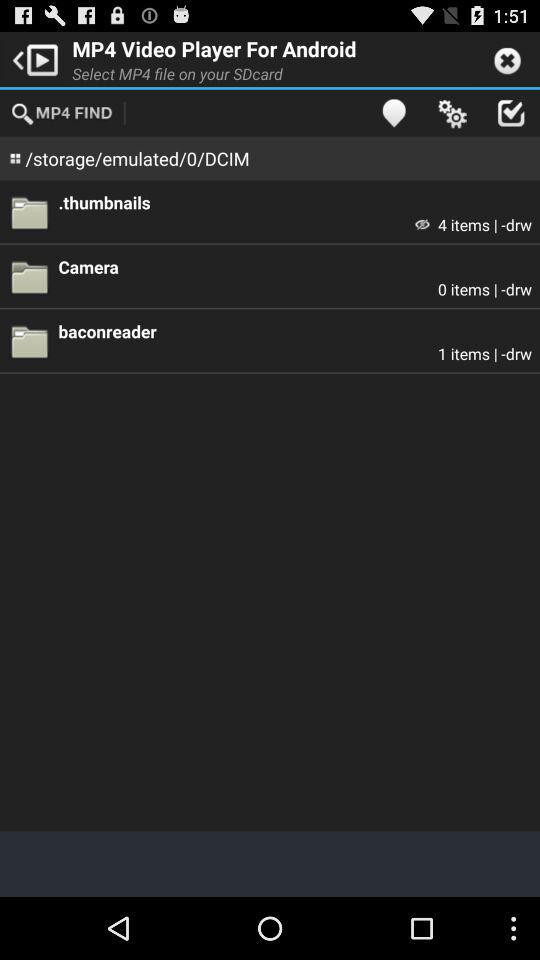 The height and width of the screenshot is (960, 540). I want to click on the app to the left of 4 items | -drw item, so click(421, 224).